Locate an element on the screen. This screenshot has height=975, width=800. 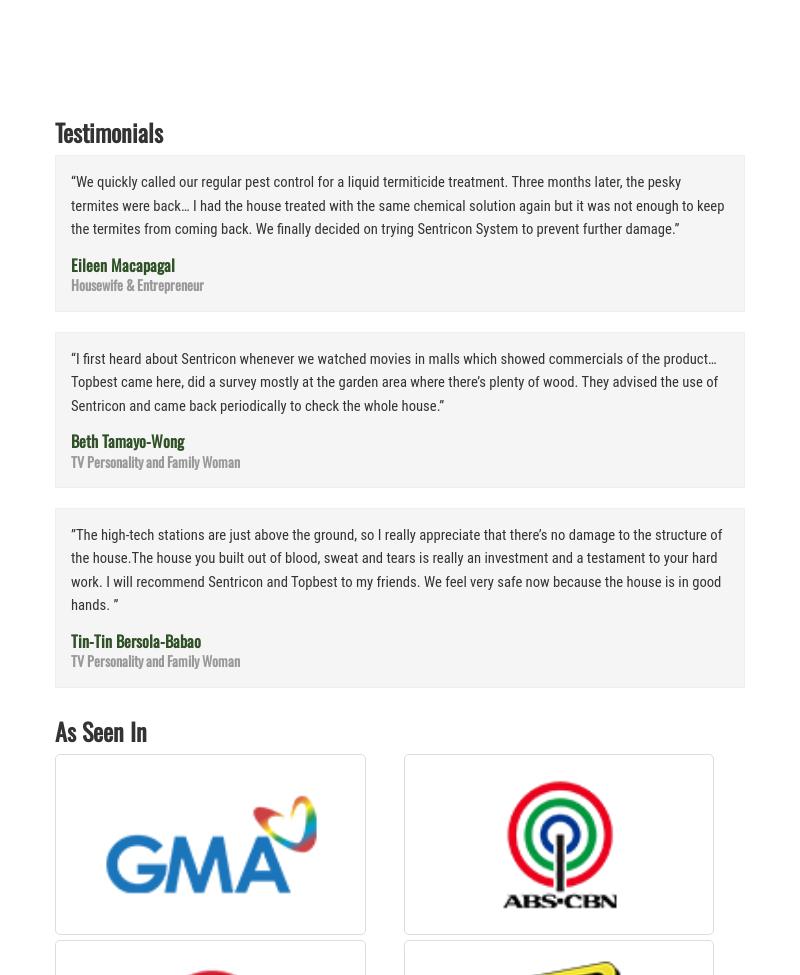
'Tin-Tin Bersola-Babao' is located at coordinates (136, 639).